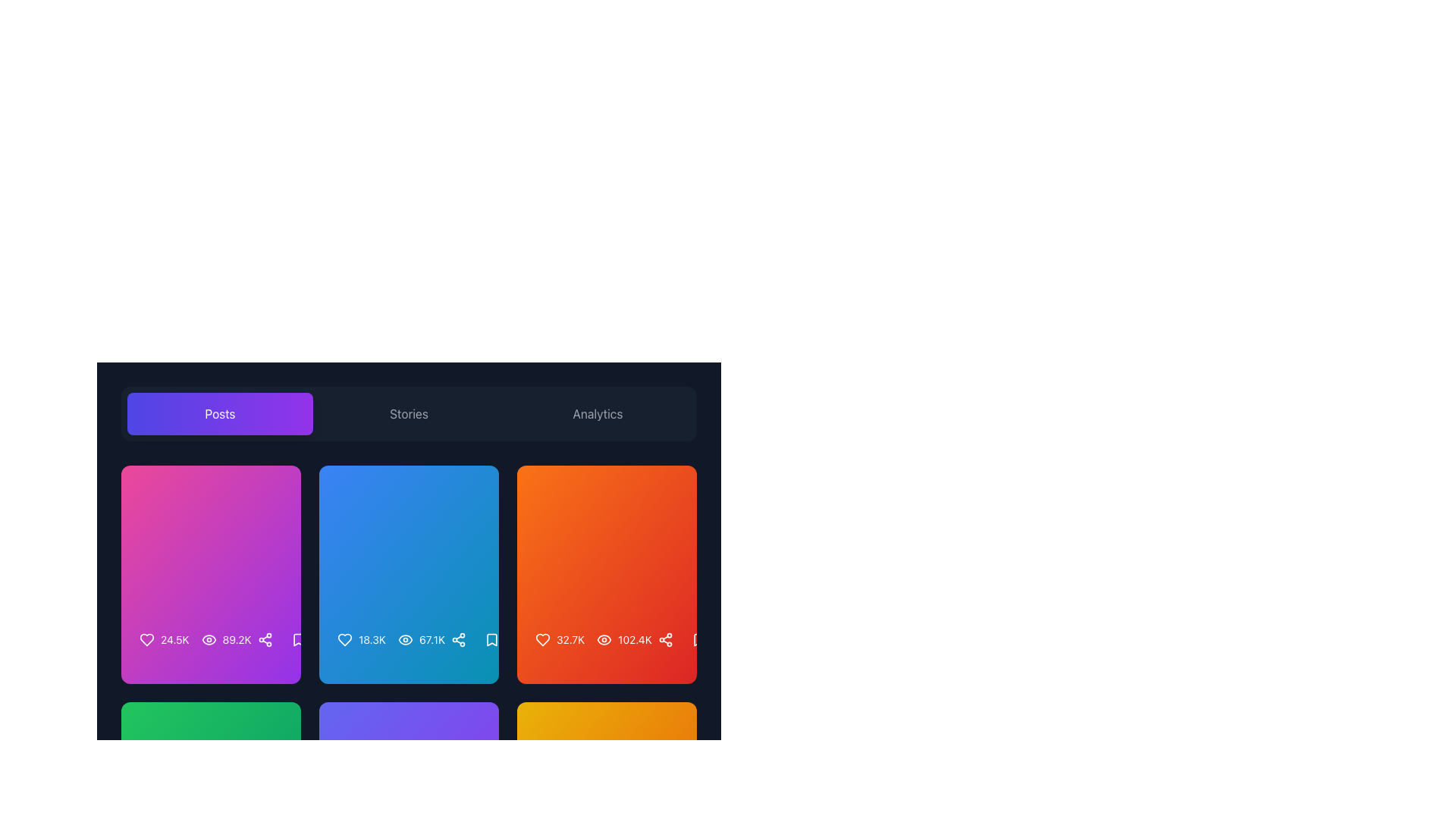 The width and height of the screenshot is (1456, 819). What do you see at coordinates (422, 640) in the screenshot?
I see `the text label displaying '67.1K' which is styled in white color with a small font size and located within a card-like structure with a blue background, next to an eye icon` at bounding box center [422, 640].